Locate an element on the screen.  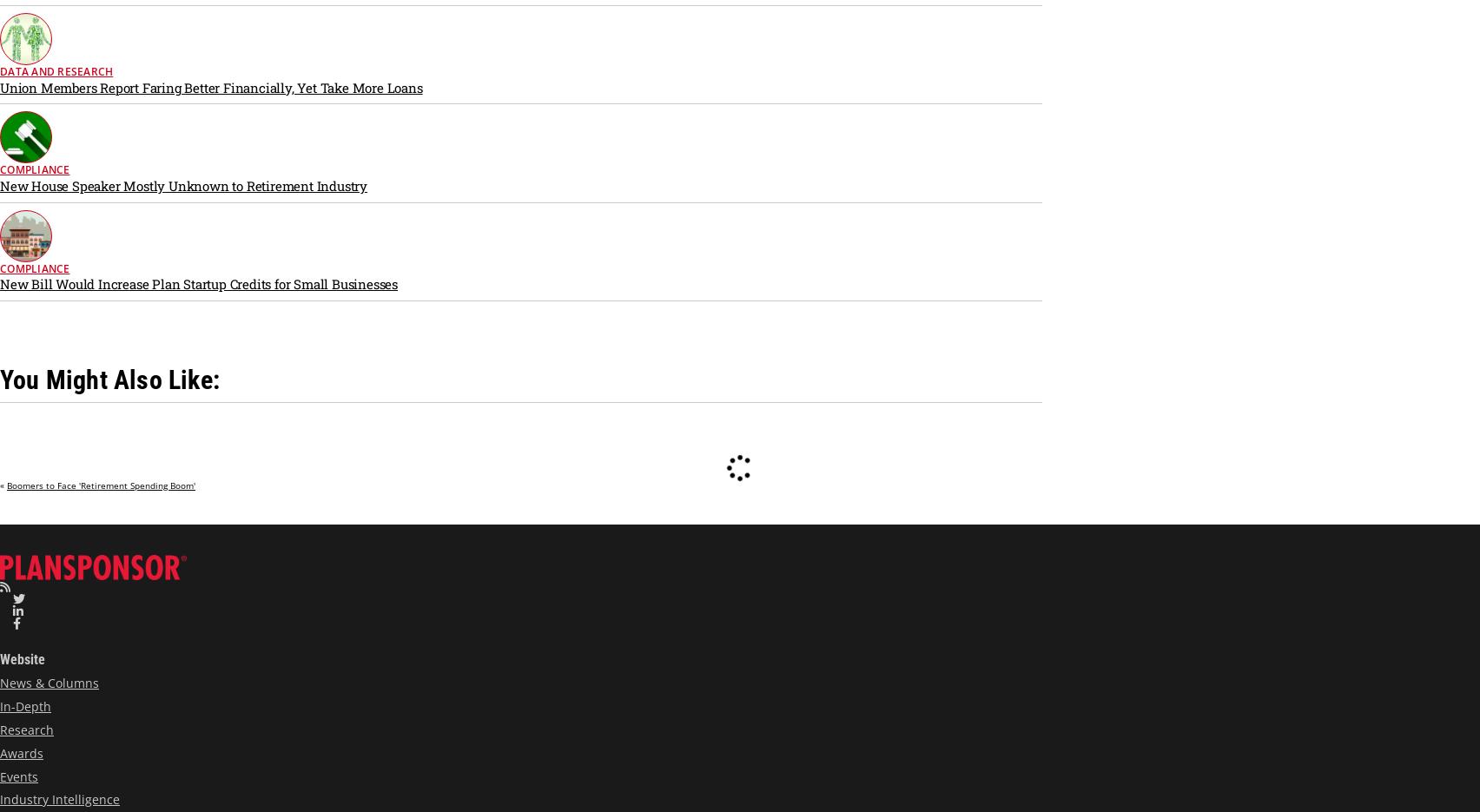
'News & Columns' is located at coordinates (0, 682).